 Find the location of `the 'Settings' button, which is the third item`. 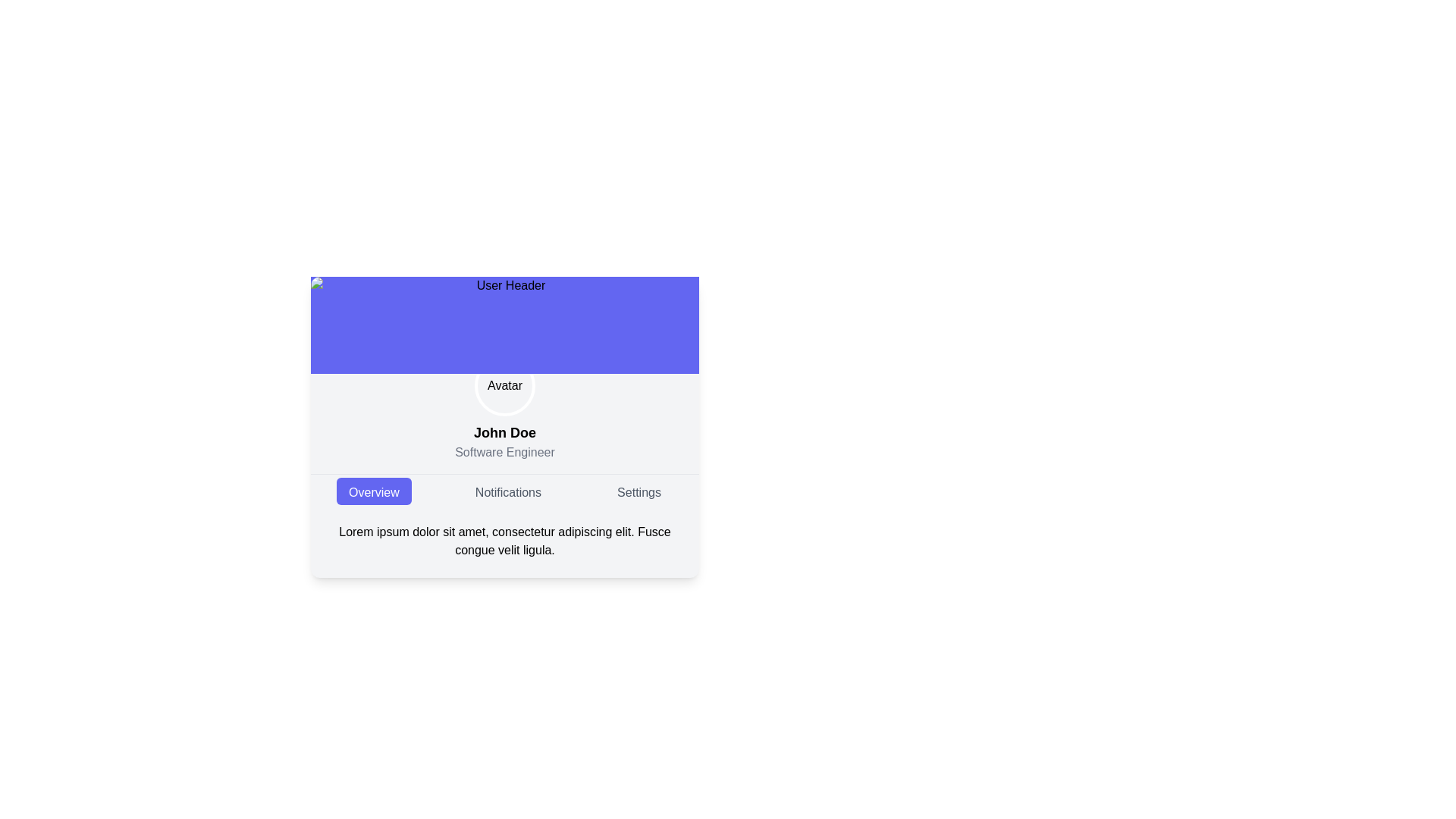

the 'Settings' button, which is the third item is located at coordinates (639, 491).